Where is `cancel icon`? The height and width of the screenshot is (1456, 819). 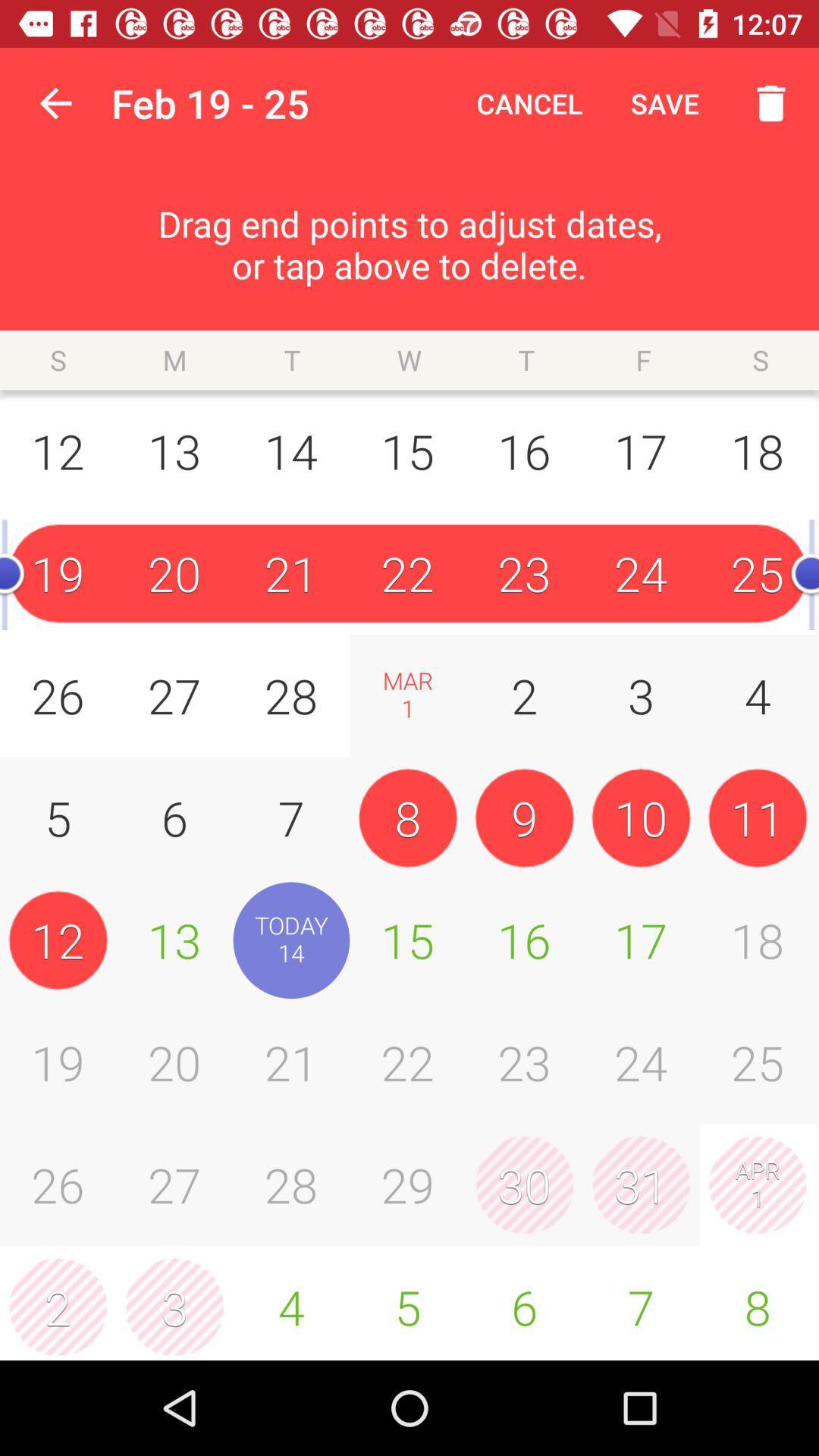
cancel icon is located at coordinates (529, 102).